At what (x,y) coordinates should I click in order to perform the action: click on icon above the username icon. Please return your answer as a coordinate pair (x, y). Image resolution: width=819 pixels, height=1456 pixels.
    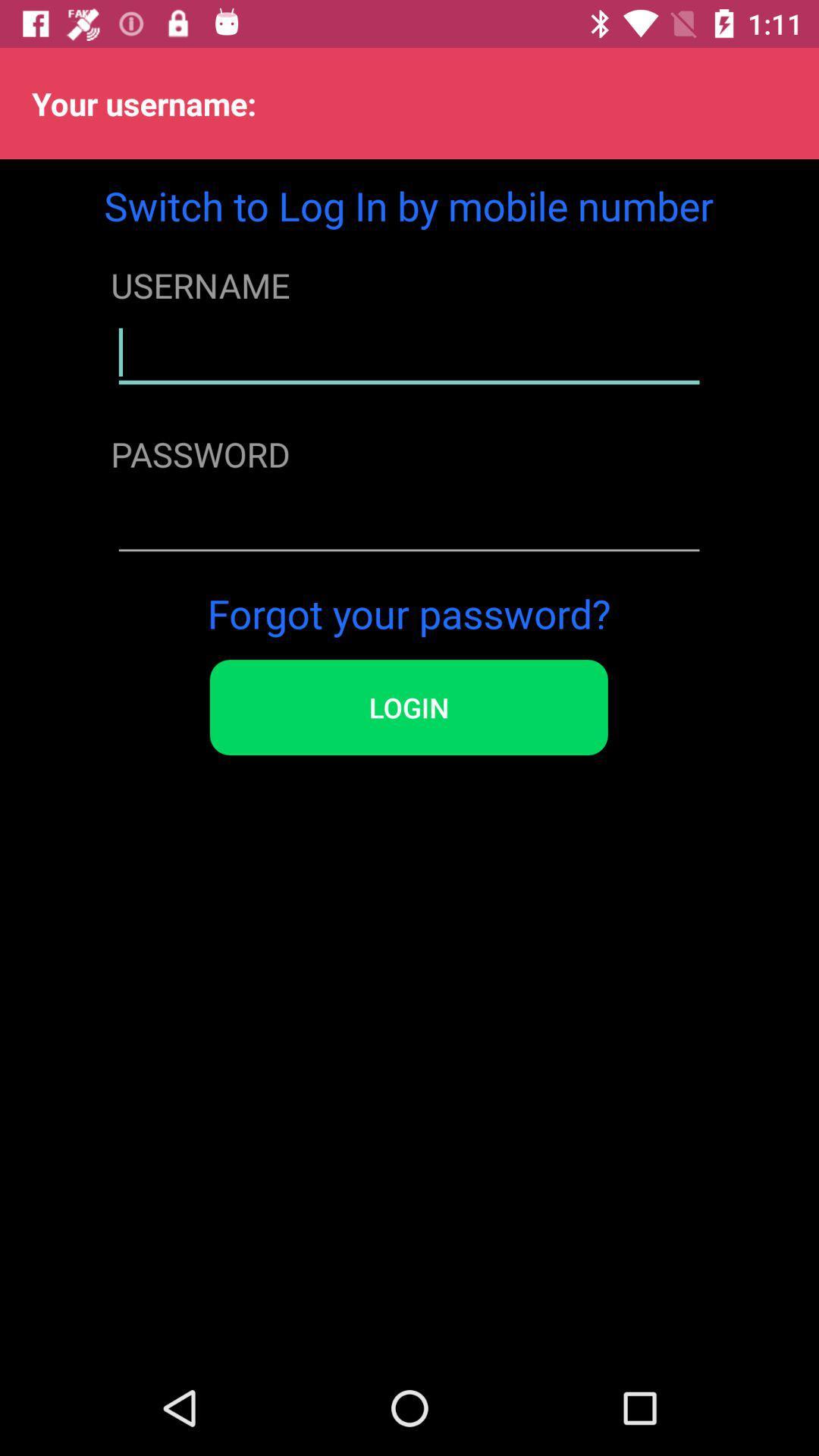
    Looking at the image, I should click on (408, 205).